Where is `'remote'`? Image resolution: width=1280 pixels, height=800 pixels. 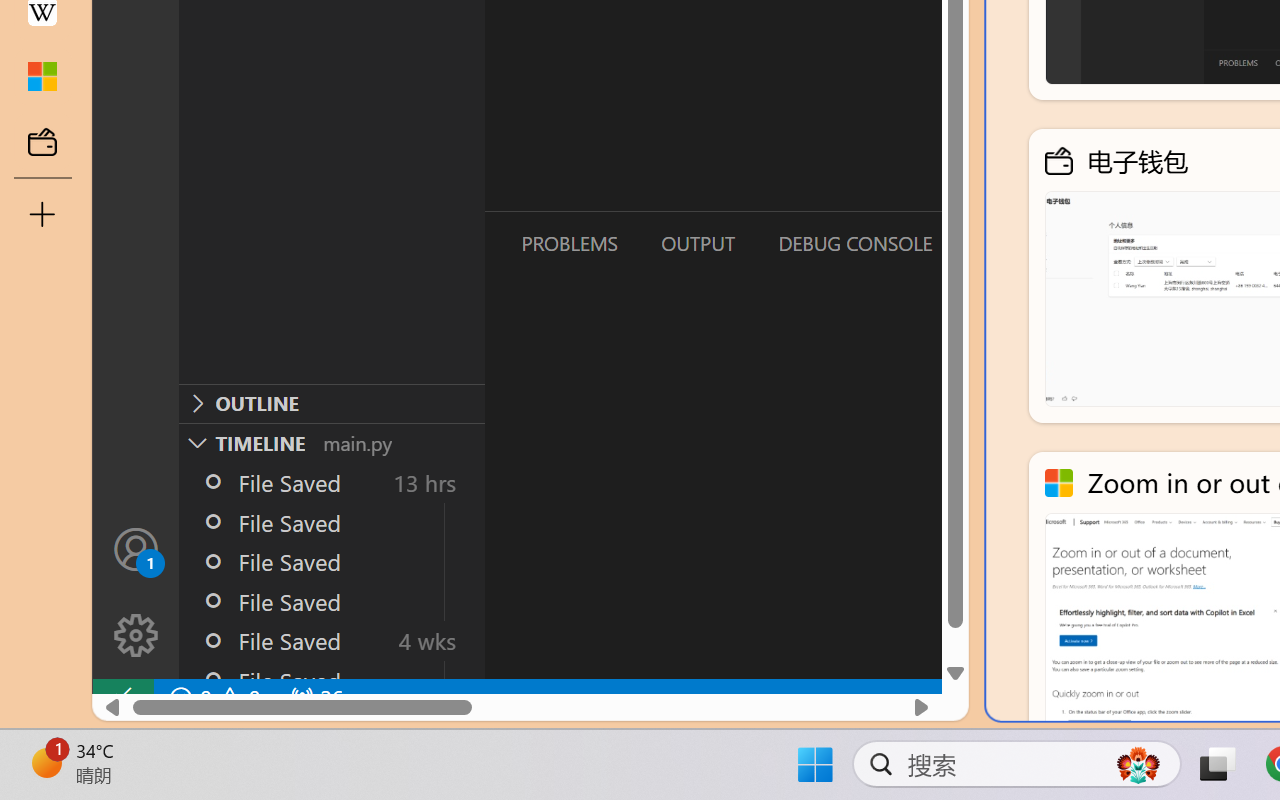 'remote' is located at coordinates (121, 698).